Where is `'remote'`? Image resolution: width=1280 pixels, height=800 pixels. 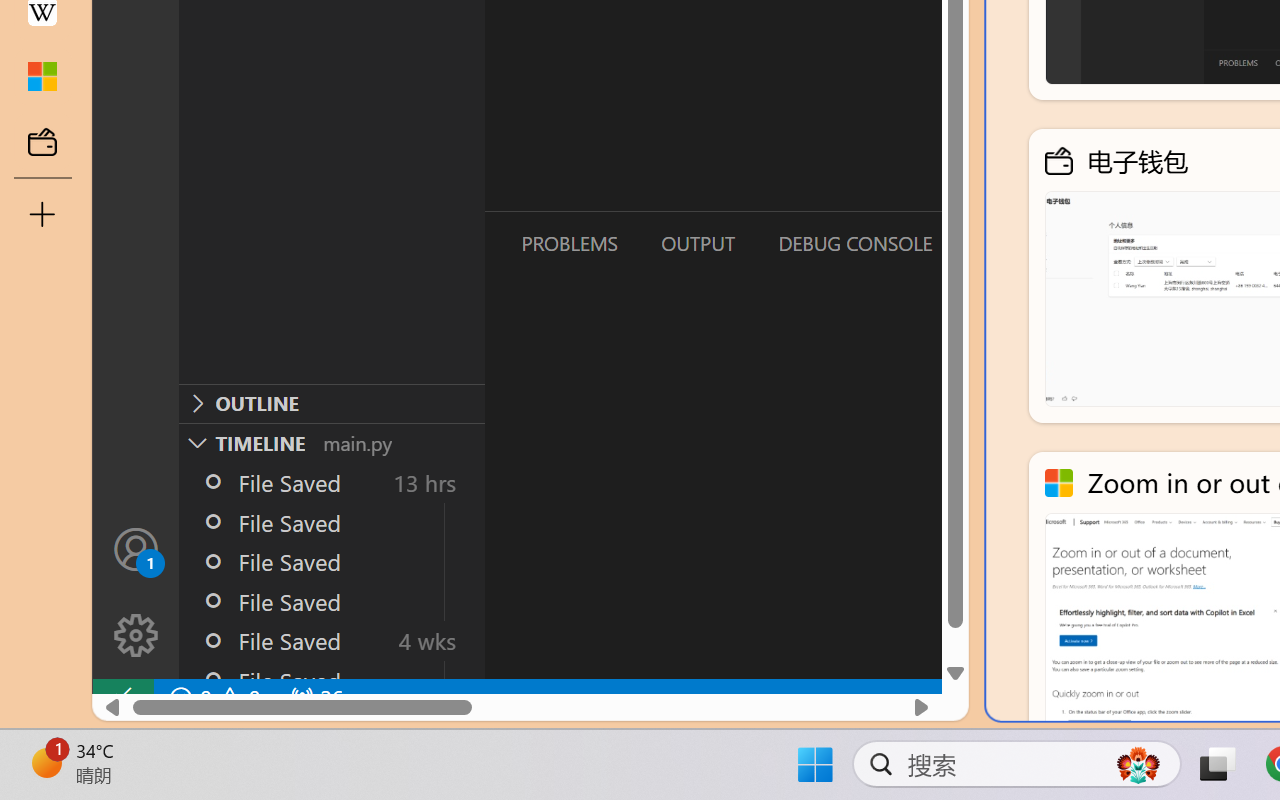 'remote' is located at coordinates (121, 698).